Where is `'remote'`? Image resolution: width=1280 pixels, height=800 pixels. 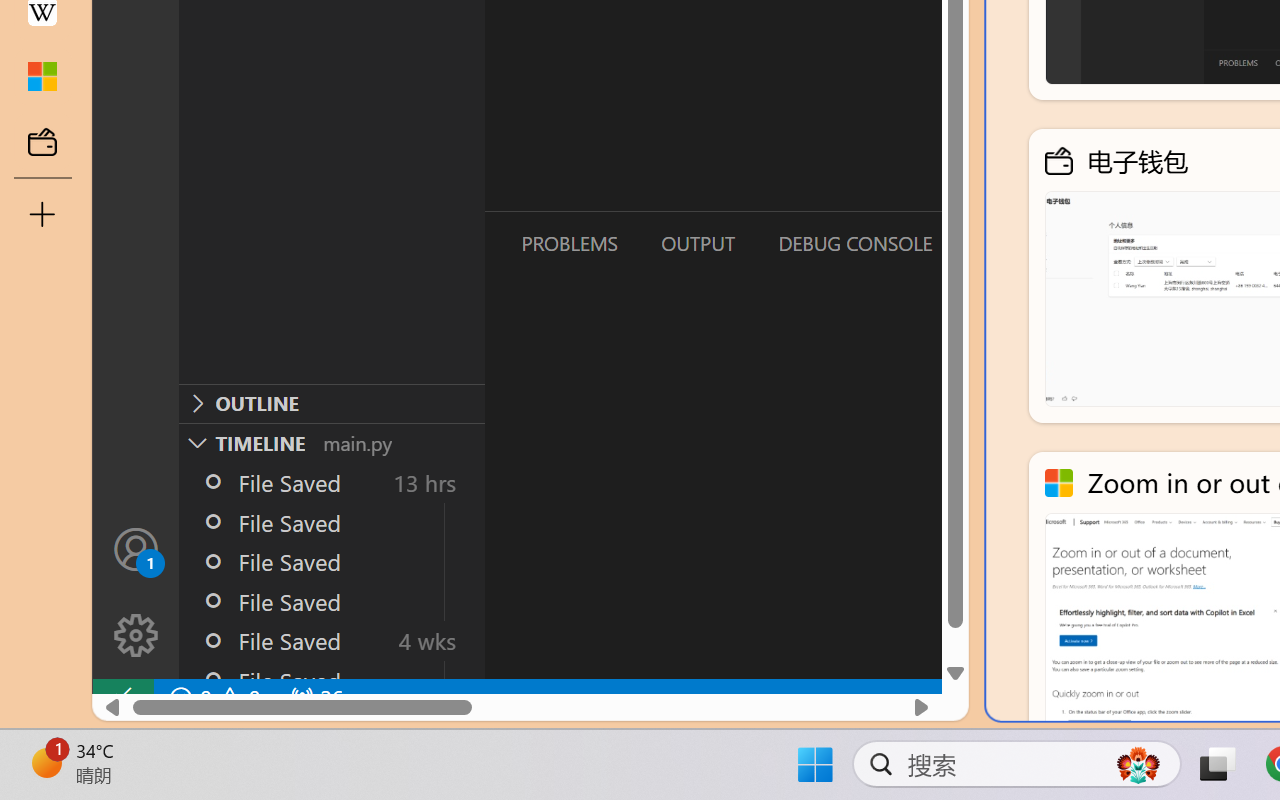 'remote' is located at coordinates (121, 698).